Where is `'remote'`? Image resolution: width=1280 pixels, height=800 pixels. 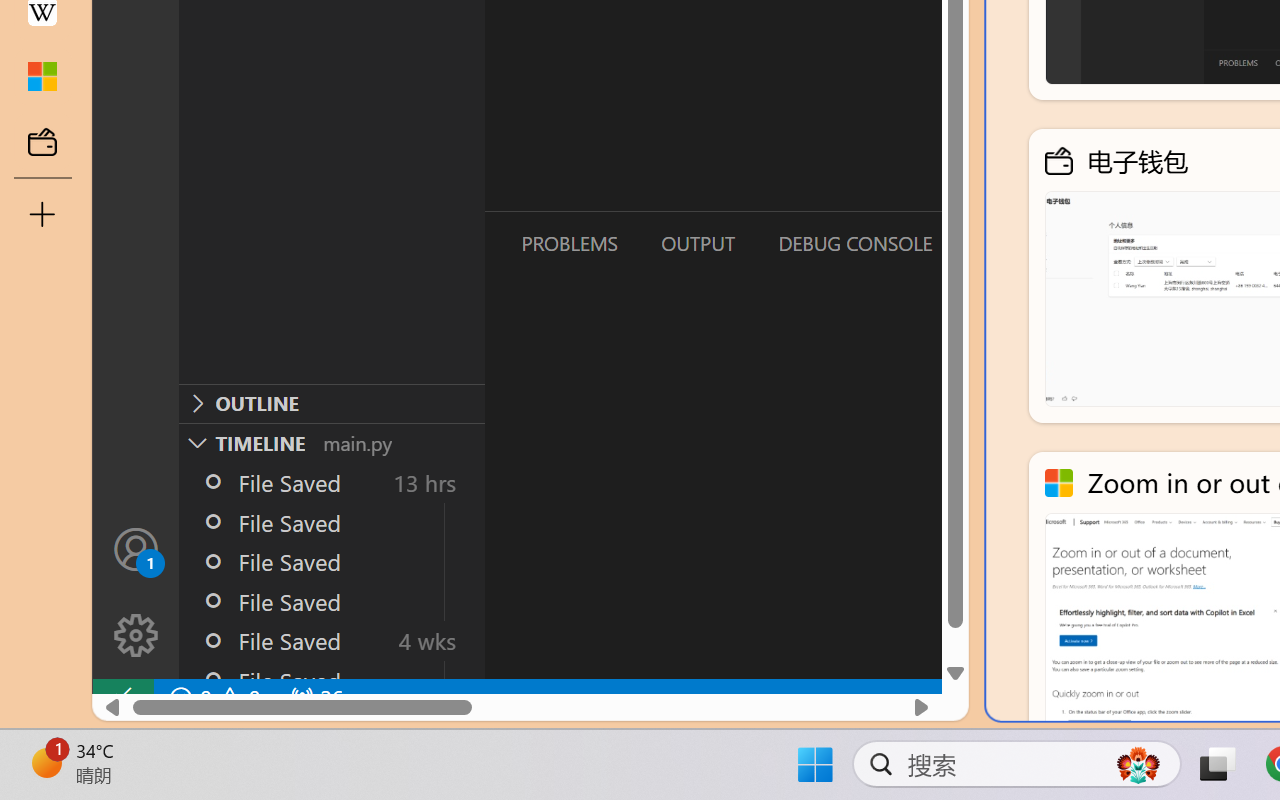 'remote' is located at coordinates (121, 698).